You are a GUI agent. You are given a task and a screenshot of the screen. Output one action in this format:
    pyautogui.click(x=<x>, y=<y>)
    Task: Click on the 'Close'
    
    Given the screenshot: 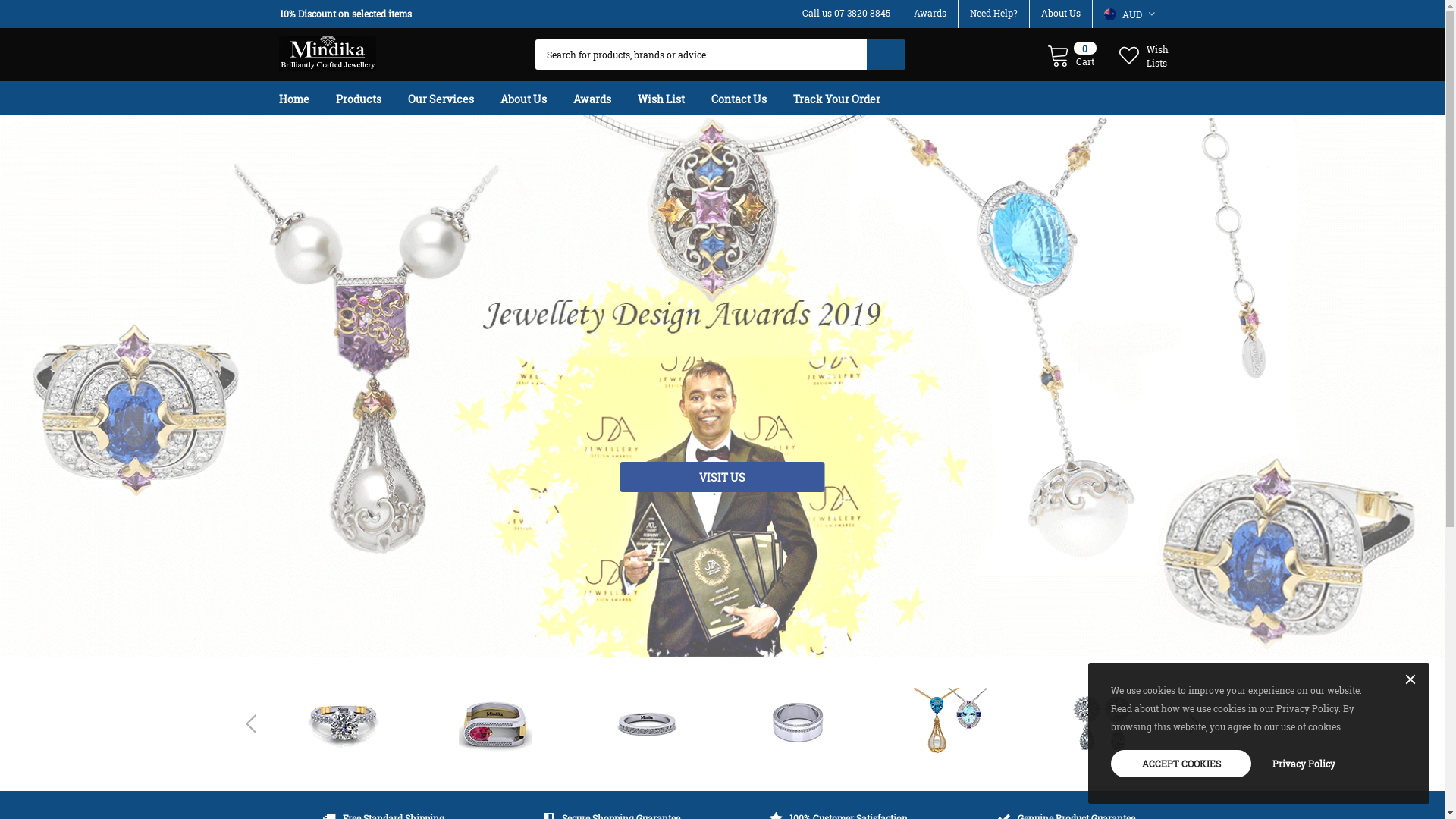 What is the action you would take?
    pyautogui.click(x=1410, y=679)
    